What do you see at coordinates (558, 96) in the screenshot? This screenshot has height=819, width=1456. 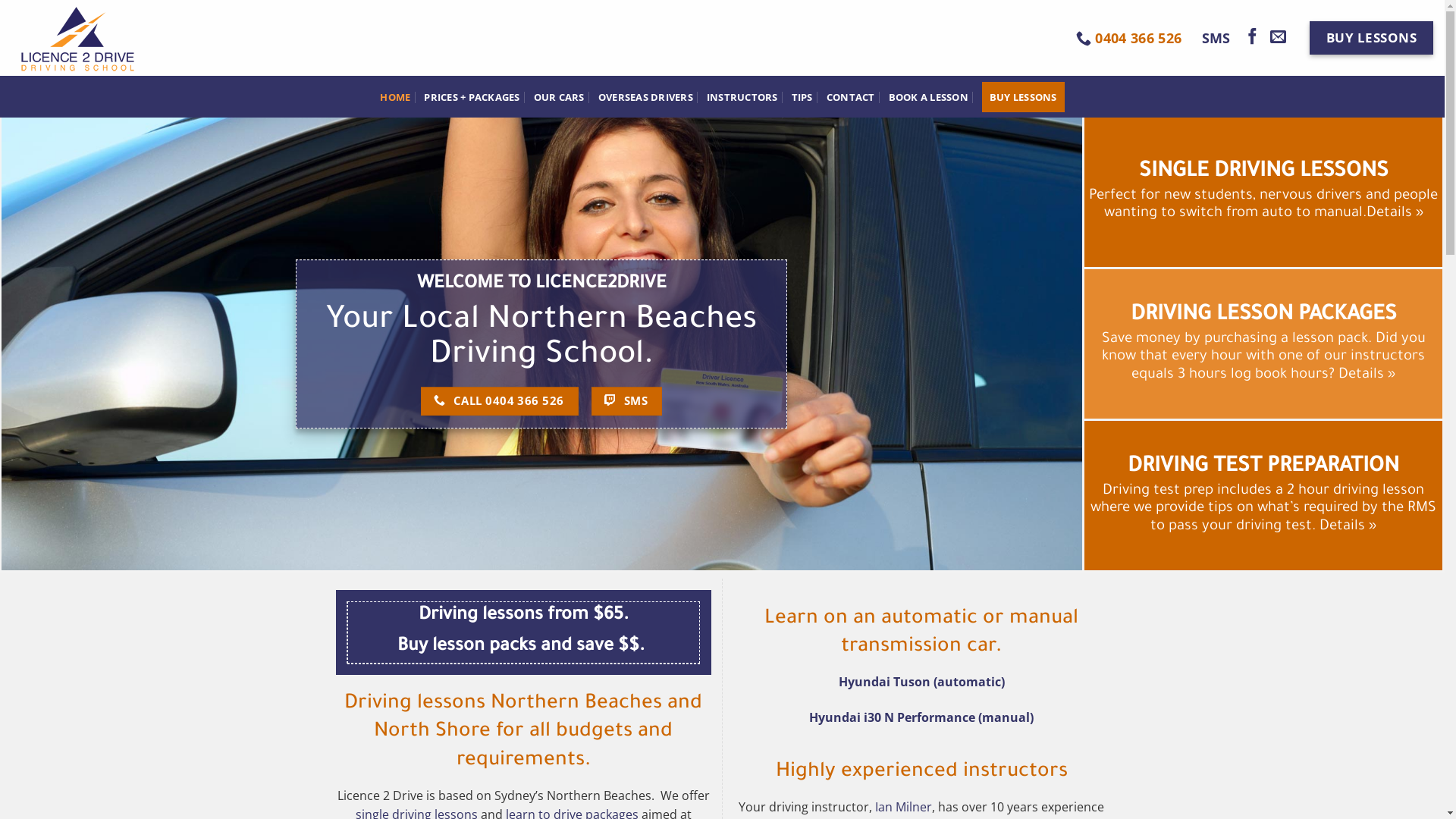 I see `'OUR CARS'` at bounding box center [558, 96].